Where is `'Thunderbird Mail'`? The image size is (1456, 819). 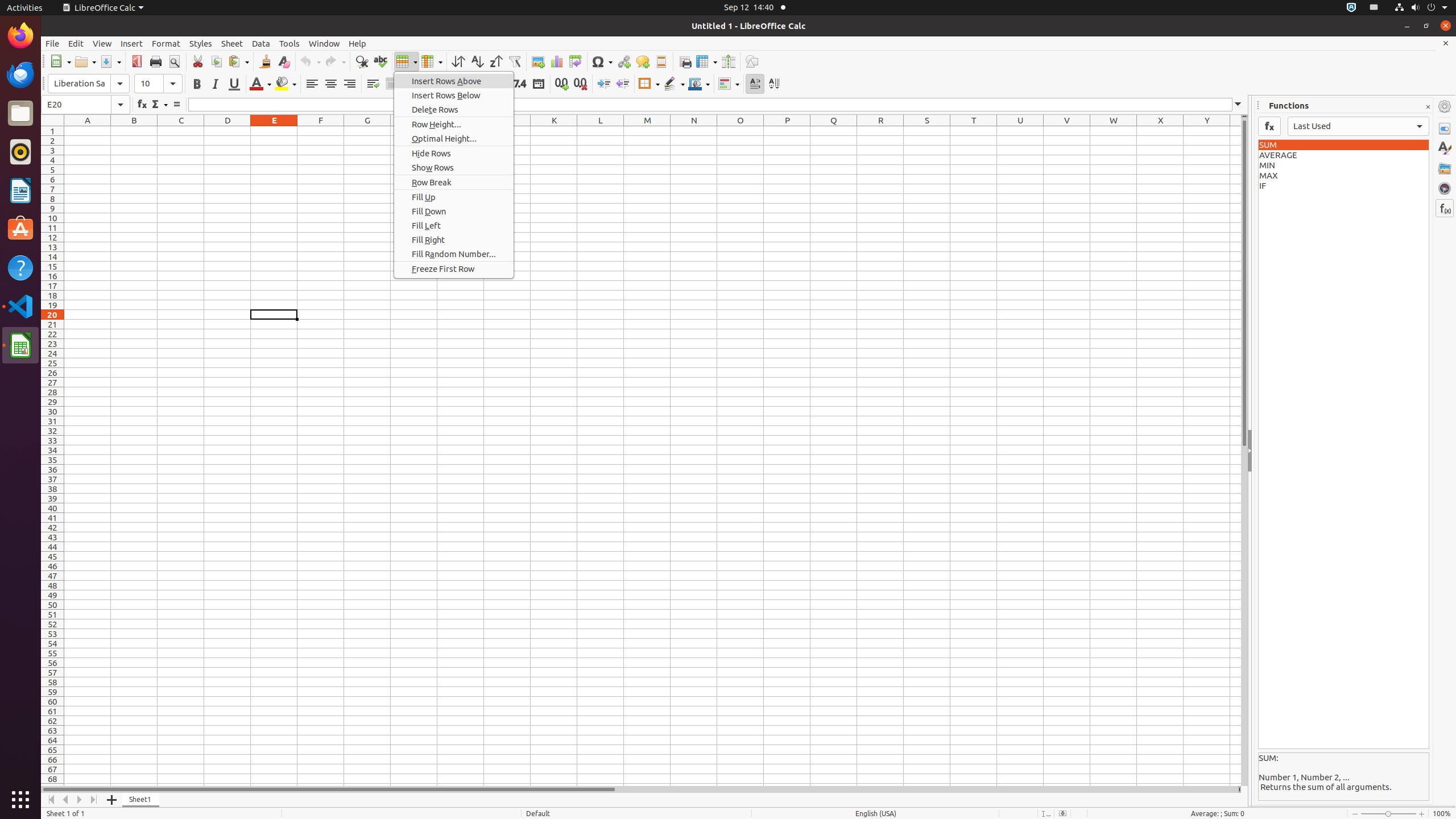 'Thunderbird Mail' is located at coordinates (20, 74).